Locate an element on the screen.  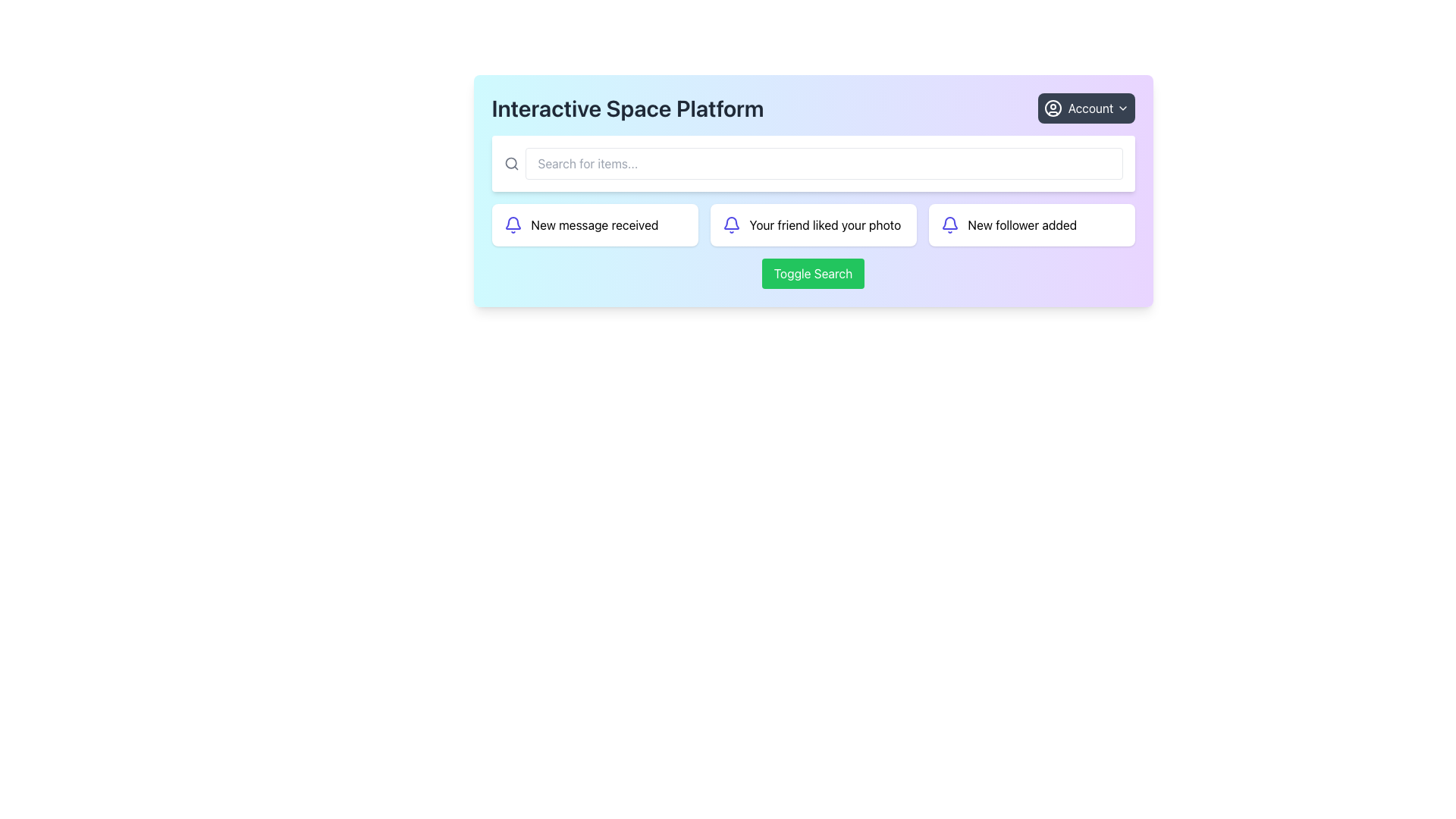
the notification text element that informs the user about an activity related to their photo is located at coordinates (824, 225).